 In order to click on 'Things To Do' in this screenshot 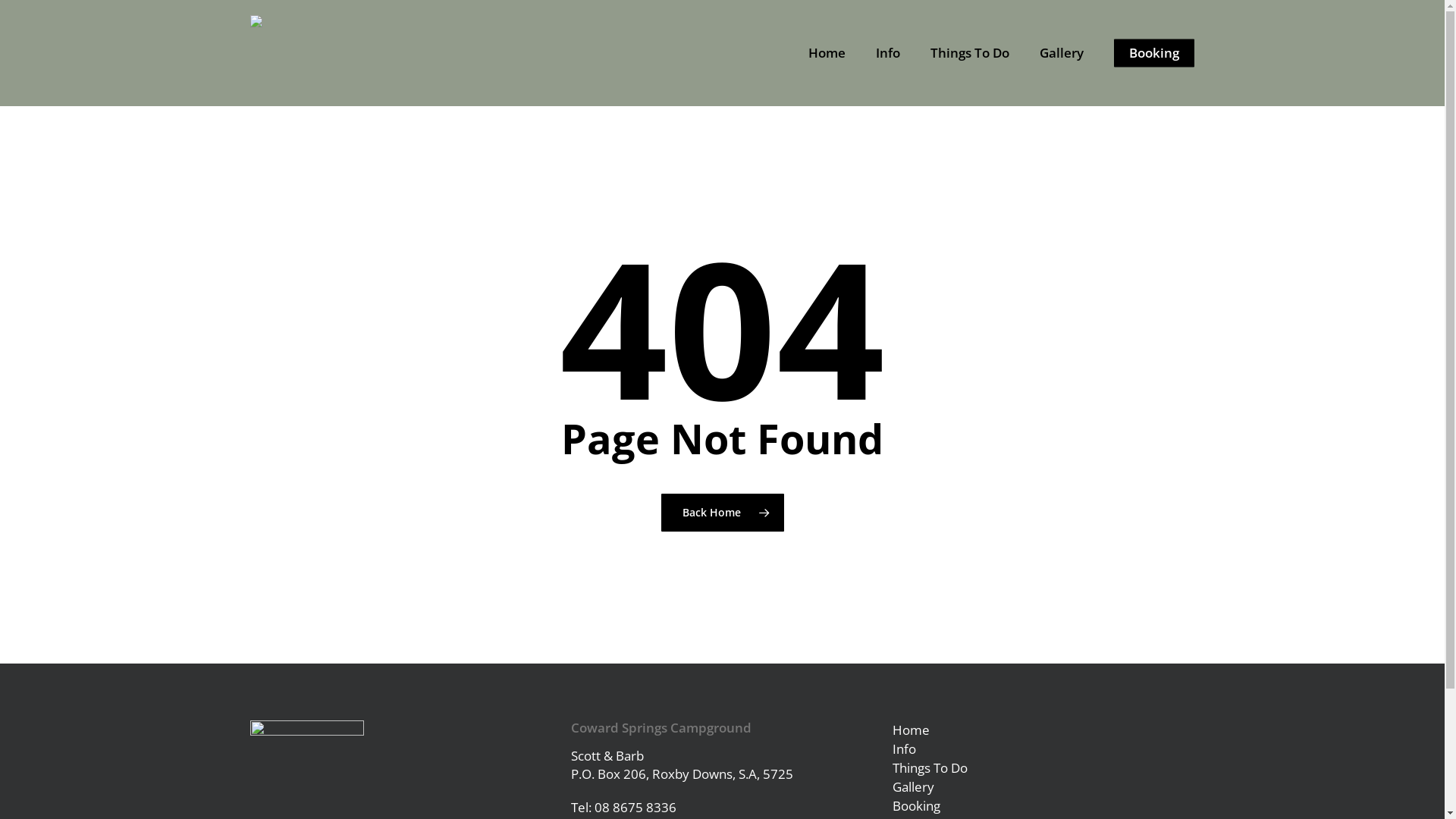, I will do `click(968, 52)`.